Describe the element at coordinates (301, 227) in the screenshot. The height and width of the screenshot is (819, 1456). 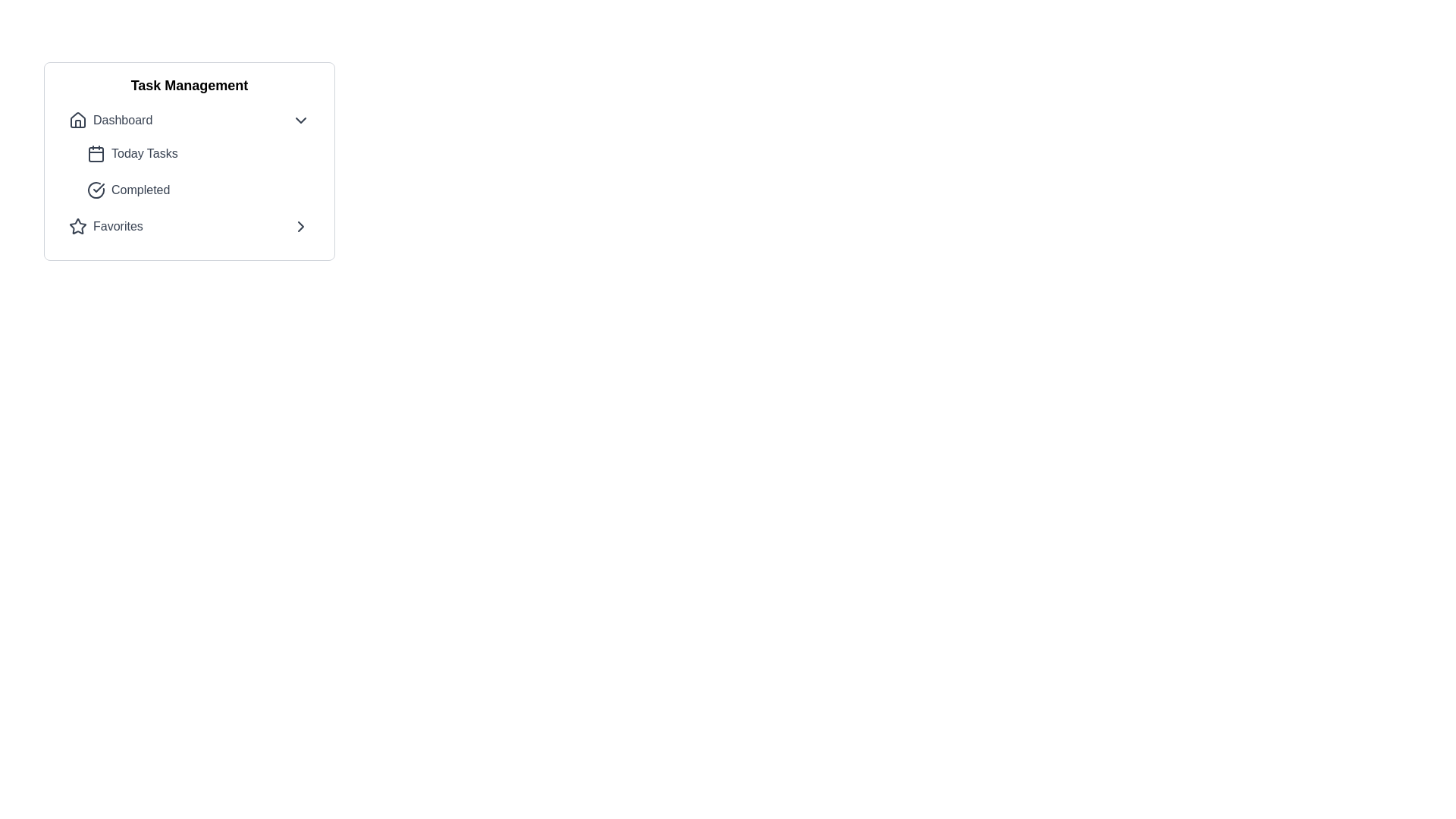
I see `the right-facing arrow icon located in the navigation menu under the 'Favorites' section` at that location.